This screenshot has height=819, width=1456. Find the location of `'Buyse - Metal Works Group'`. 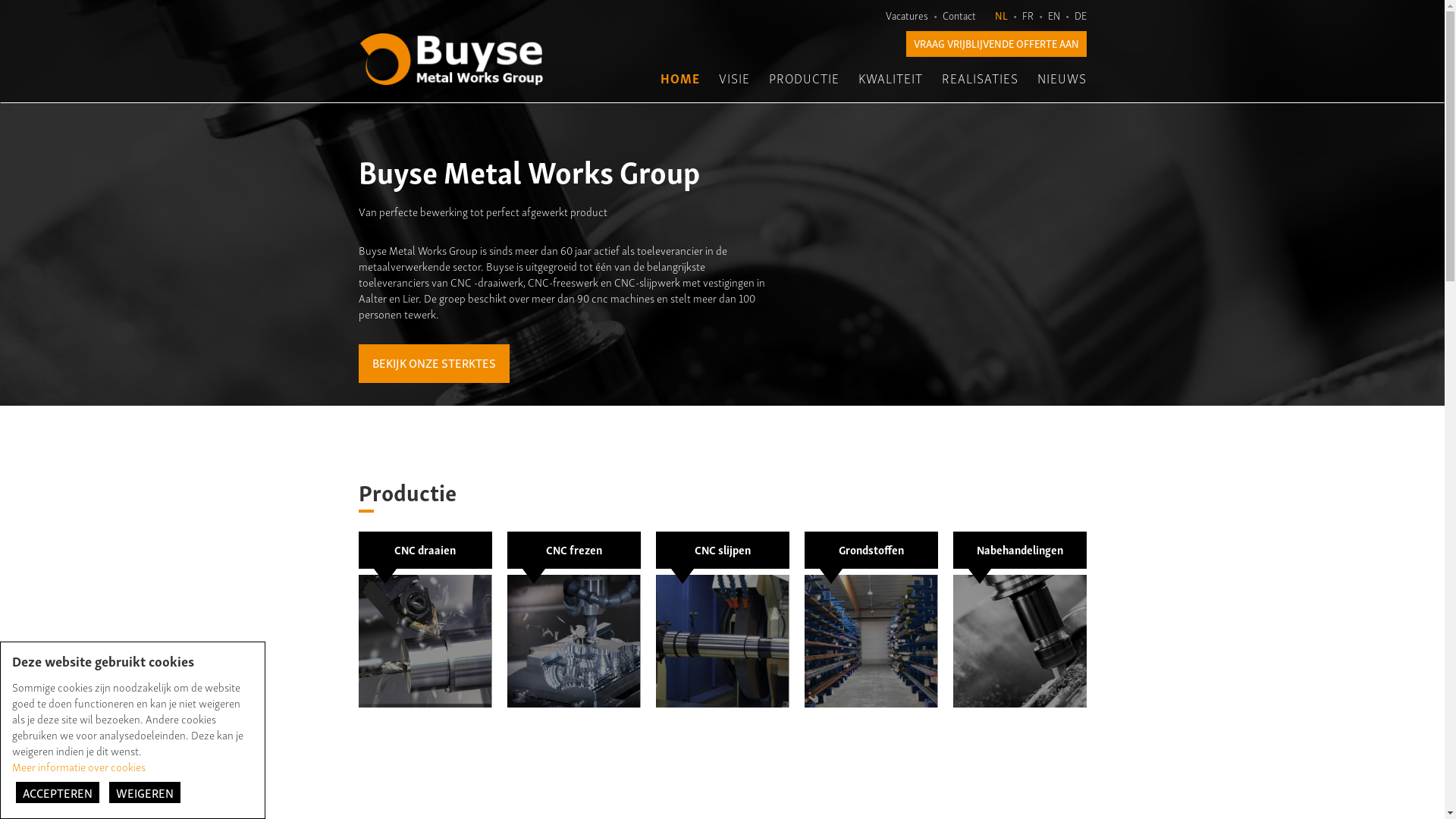

'Buyse - Metal Works Group' is located at coordinates (356, 58).